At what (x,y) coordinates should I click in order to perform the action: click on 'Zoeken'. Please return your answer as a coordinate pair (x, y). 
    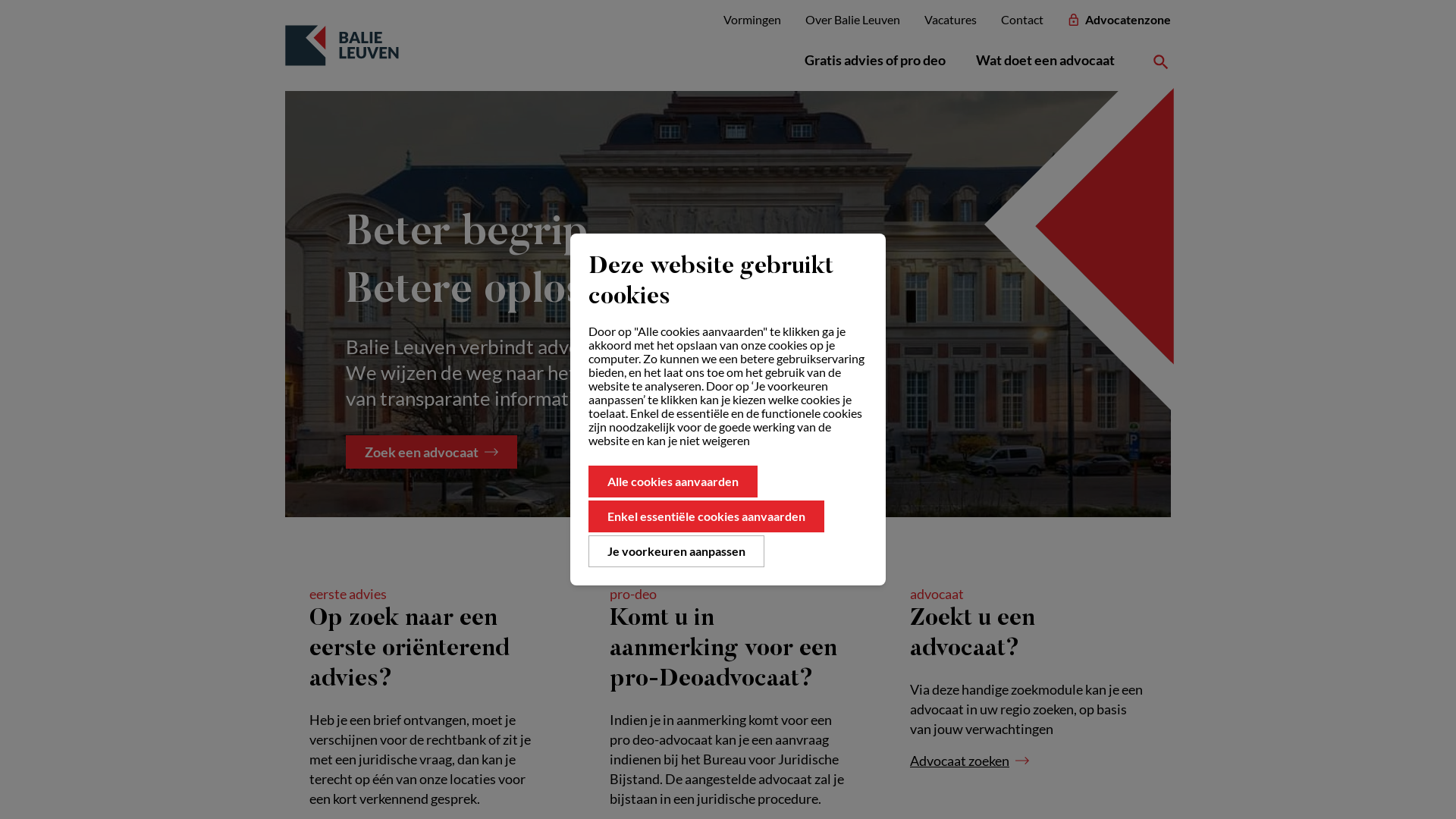
    Looking at the image, I should click on (1160, 58).